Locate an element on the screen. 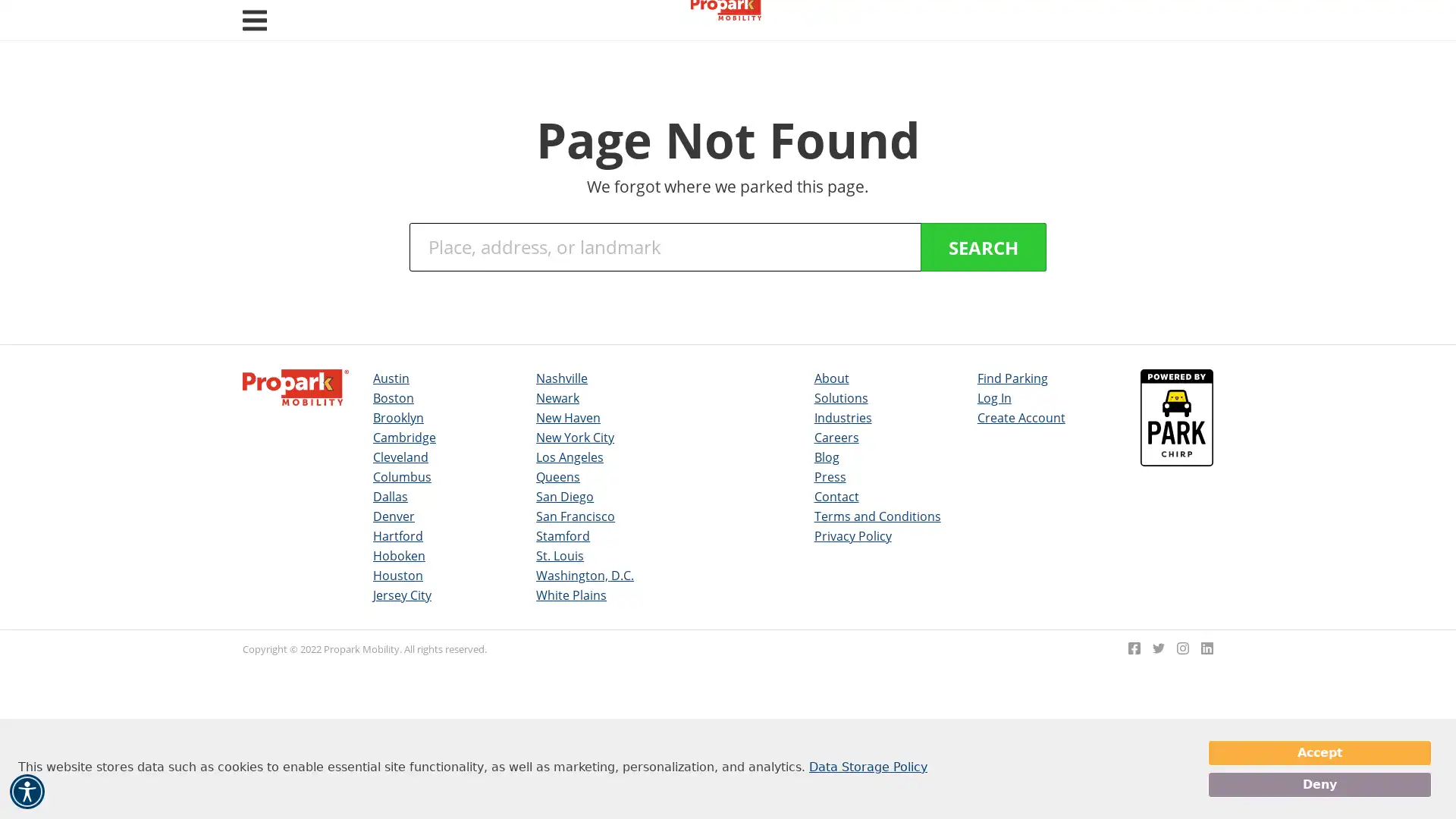 The image size is (1456, 819). Accessibility Menu is located at coordinates (27, 791).